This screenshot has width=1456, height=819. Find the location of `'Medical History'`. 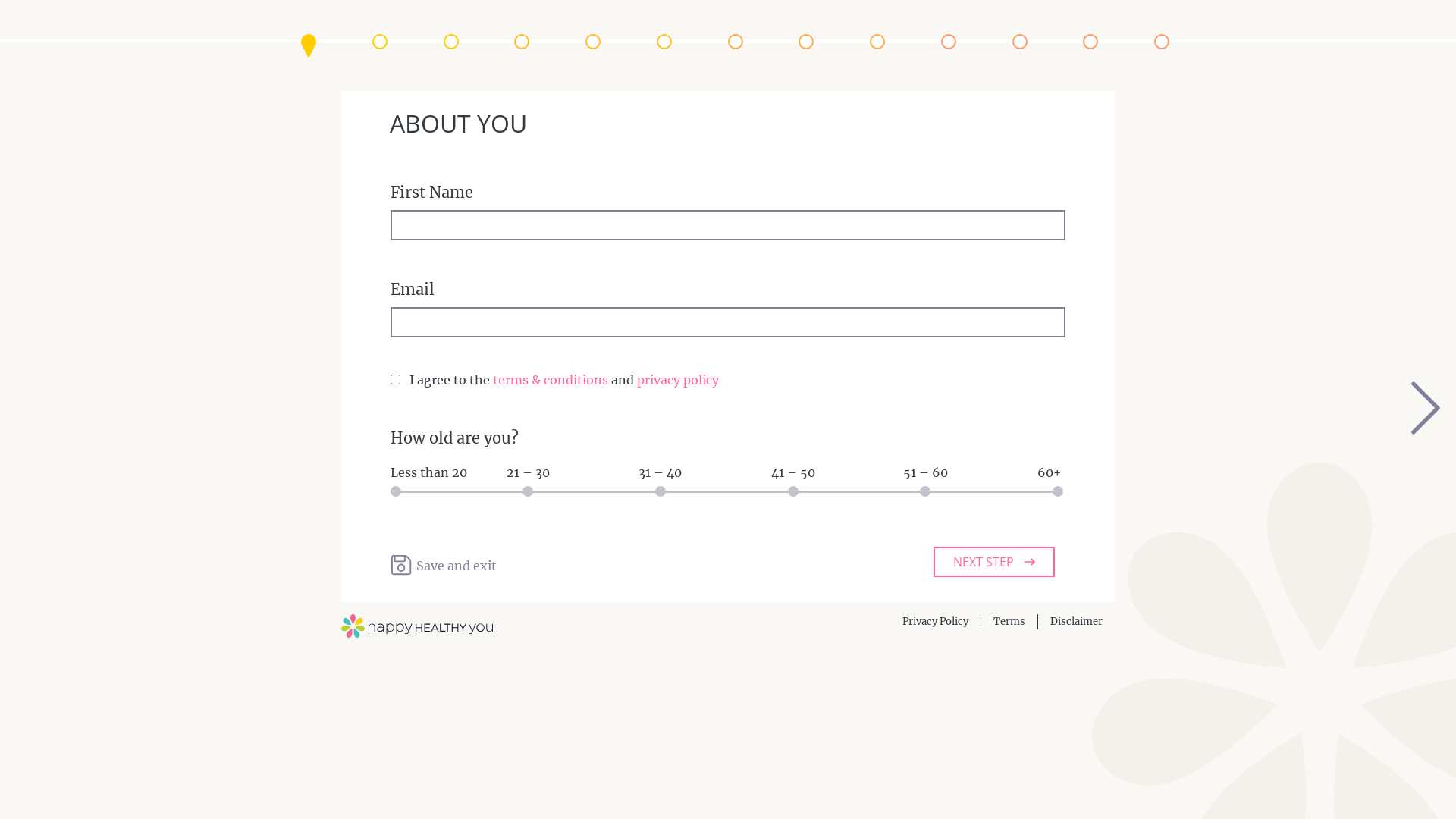

'Medical History' is located at coordinates (372, 40).